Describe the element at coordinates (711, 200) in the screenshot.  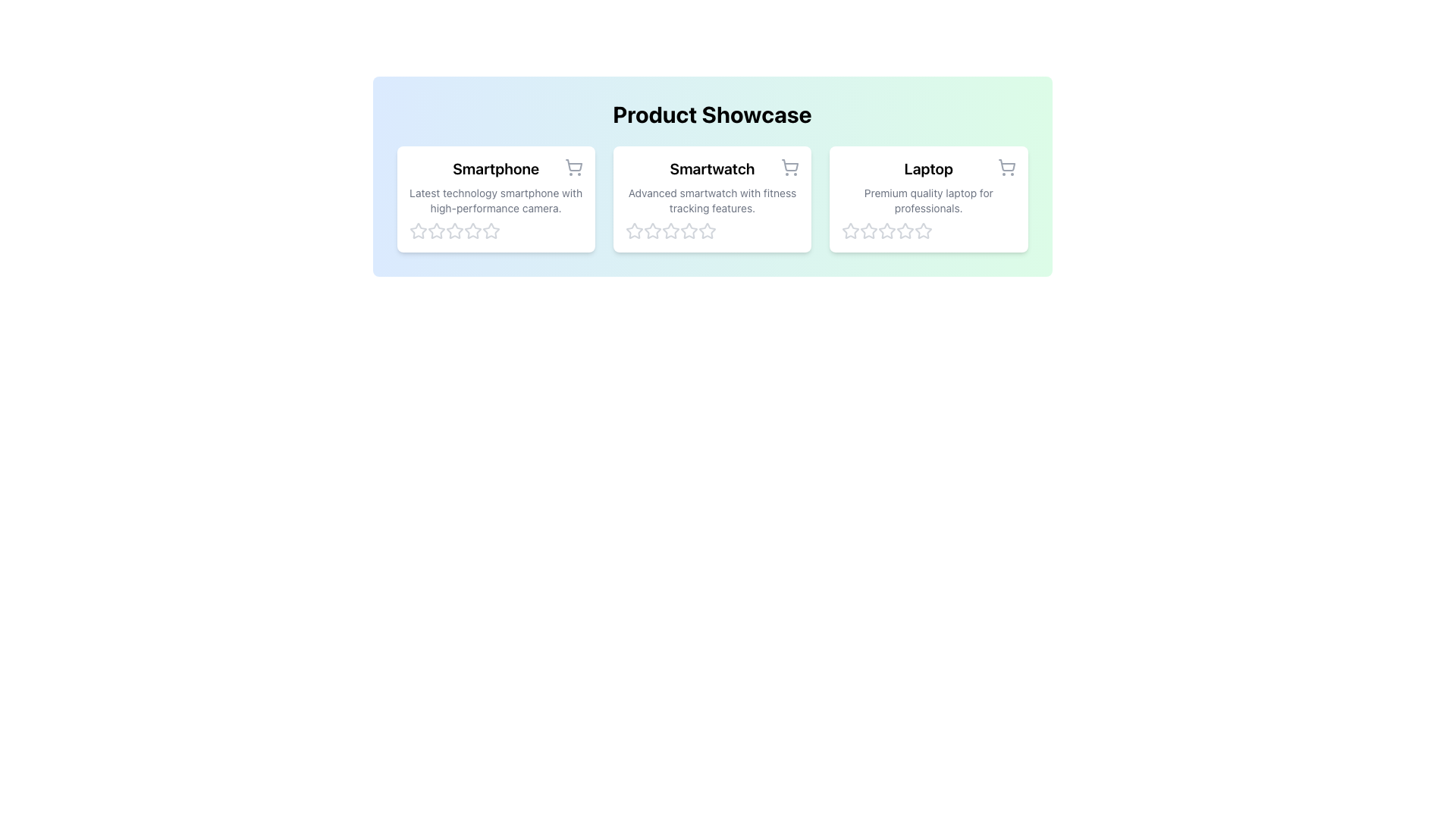
I see `text line reading 'Advanced smartwatch with fitness tracking features.' which is located below the title 'Smartwatch' in the middle card of three side-by-side cards` at that location.